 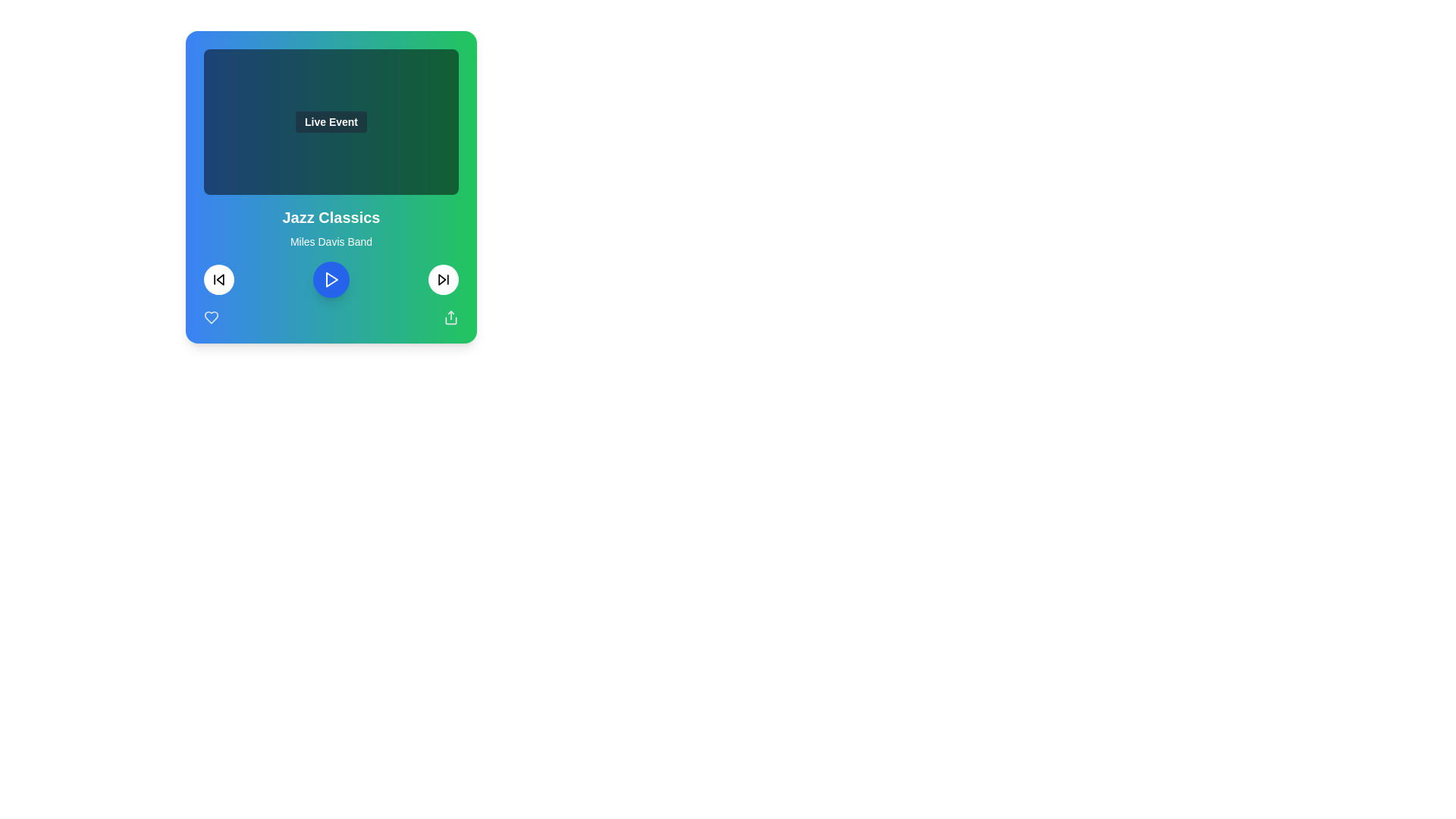 I want to click on the play button, which is a right-pointing triangle styled in white on a blue circular background, located at the center of the bottom section of the music player card, so click(x=331, y=280).